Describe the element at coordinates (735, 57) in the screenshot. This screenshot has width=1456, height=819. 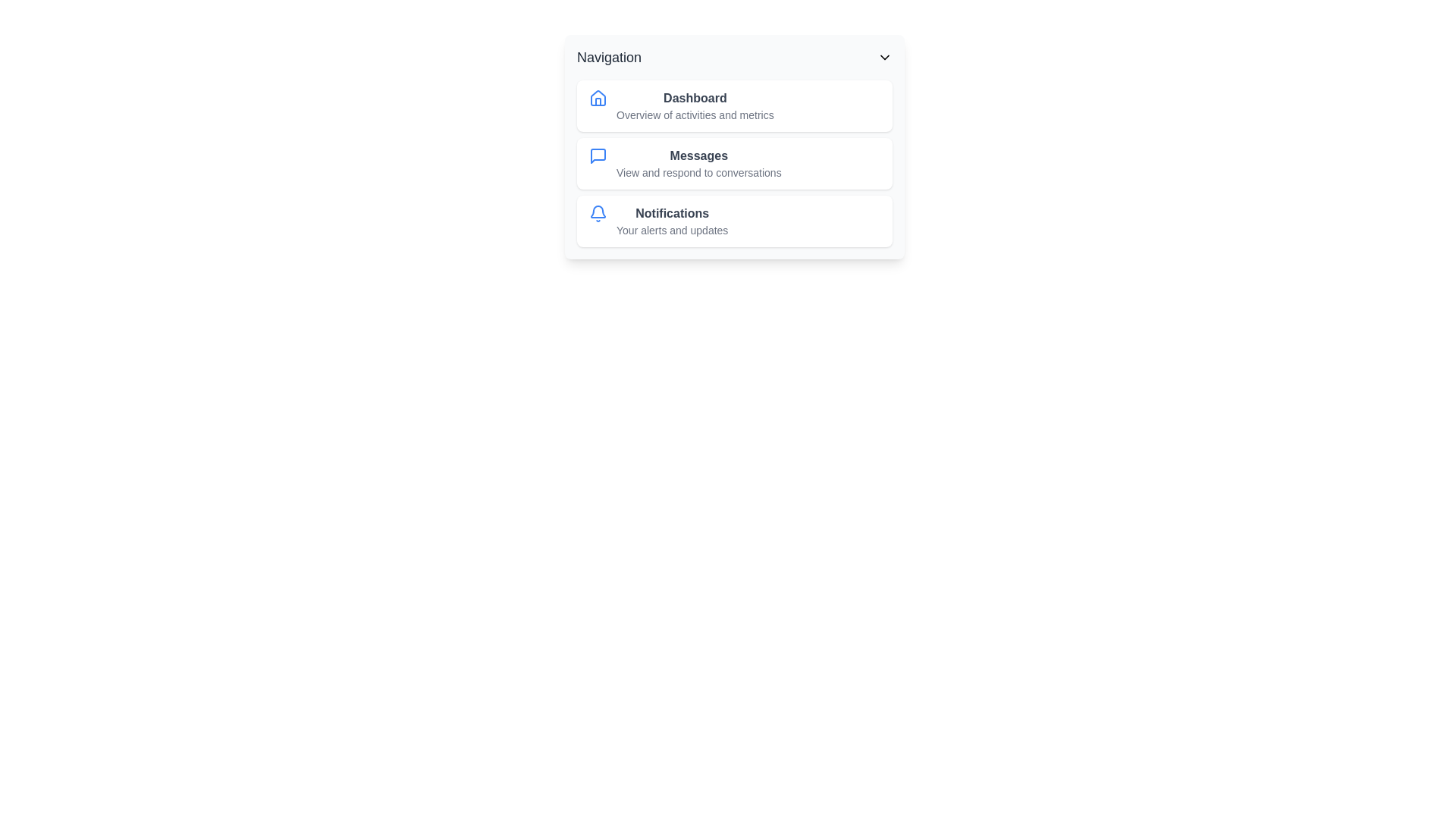
I see `the header section of the navigation list to toggle its visibility` at that location.